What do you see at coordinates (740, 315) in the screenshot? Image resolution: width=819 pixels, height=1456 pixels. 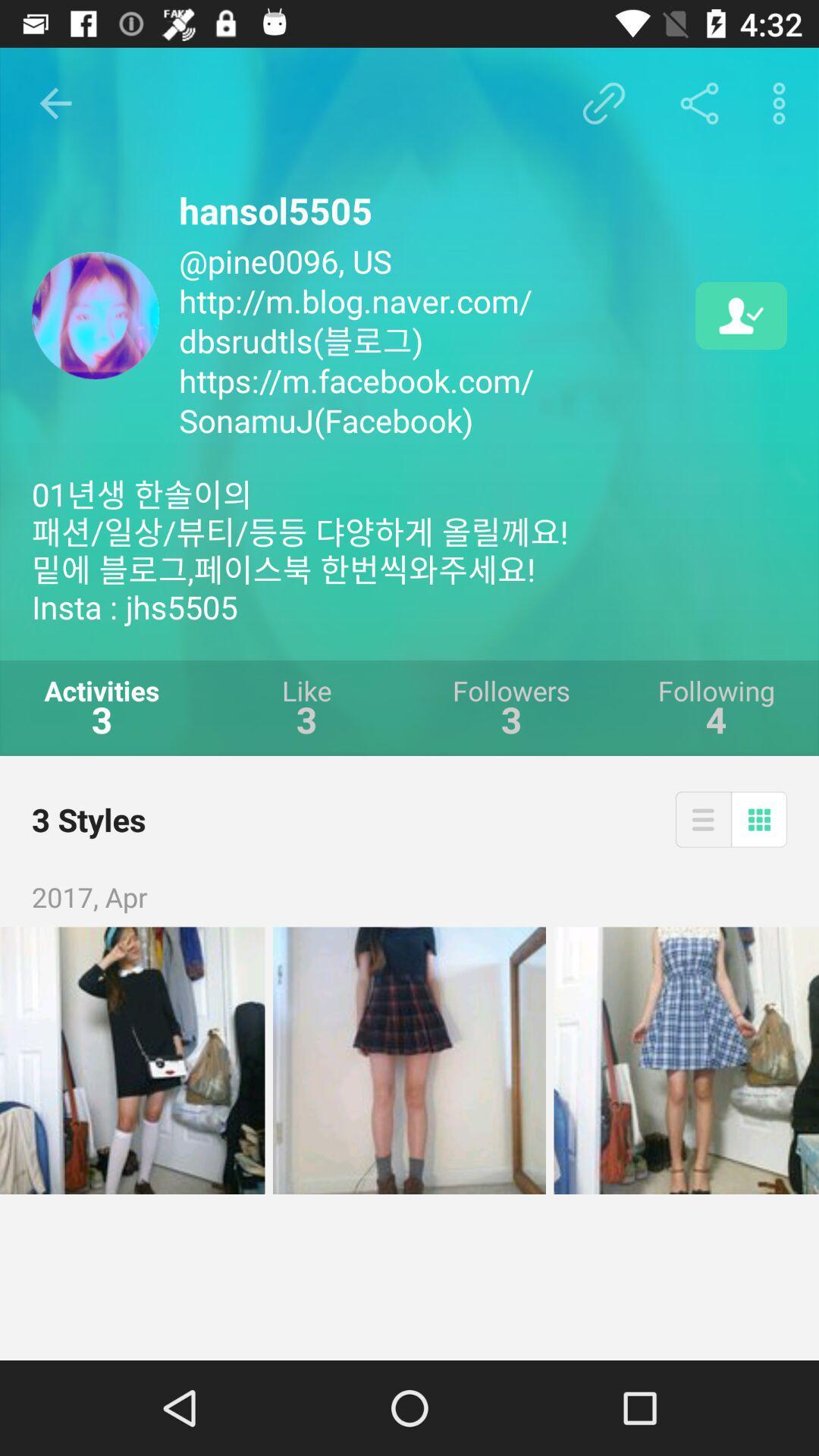 I see `following` at bounding box center [740, 315].